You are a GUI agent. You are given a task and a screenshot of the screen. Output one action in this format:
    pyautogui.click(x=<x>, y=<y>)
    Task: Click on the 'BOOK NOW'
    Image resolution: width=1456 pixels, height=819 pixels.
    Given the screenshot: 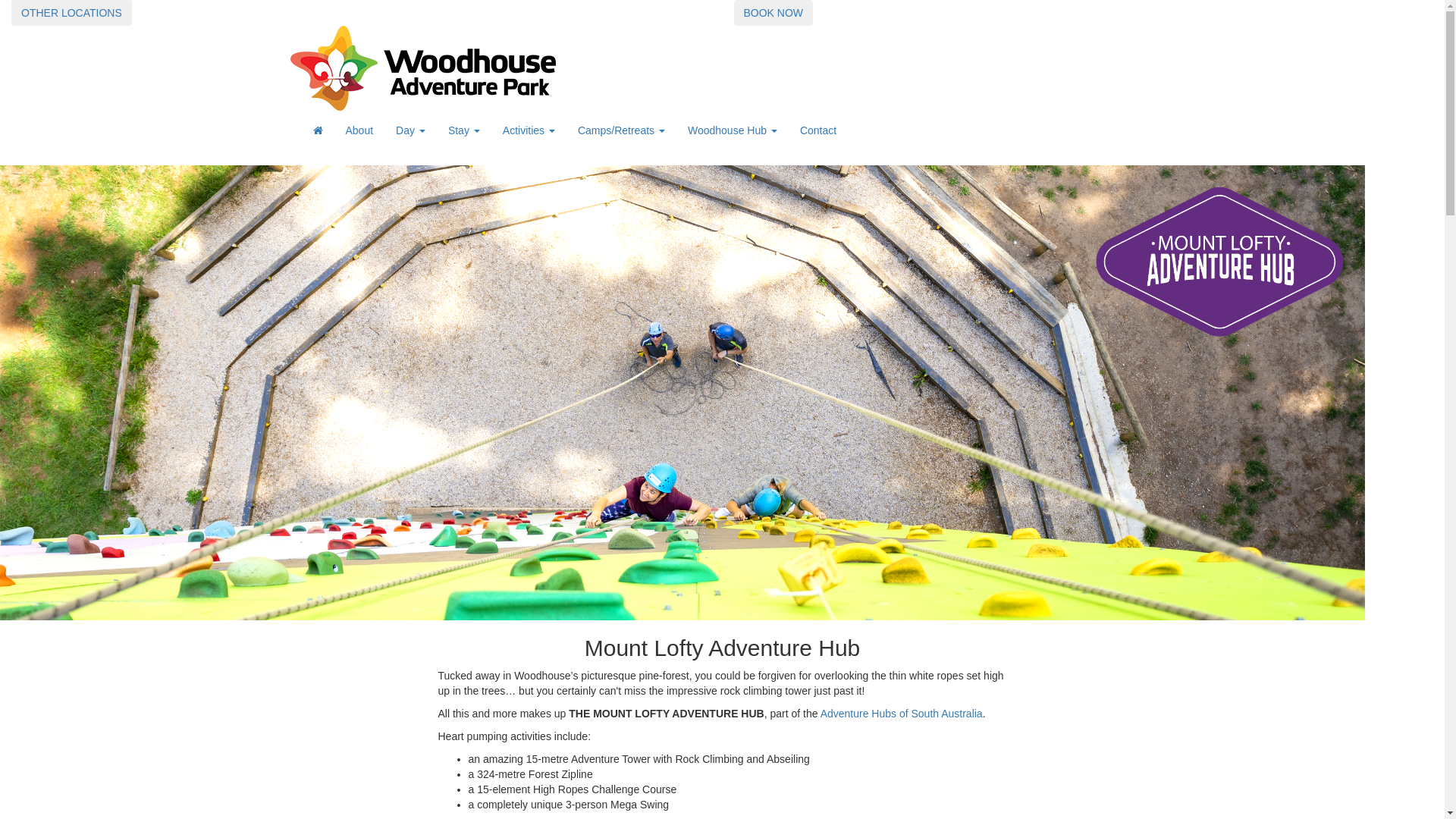 What is the action you would take?
    pyautogui.click(x=773, y=12)
    